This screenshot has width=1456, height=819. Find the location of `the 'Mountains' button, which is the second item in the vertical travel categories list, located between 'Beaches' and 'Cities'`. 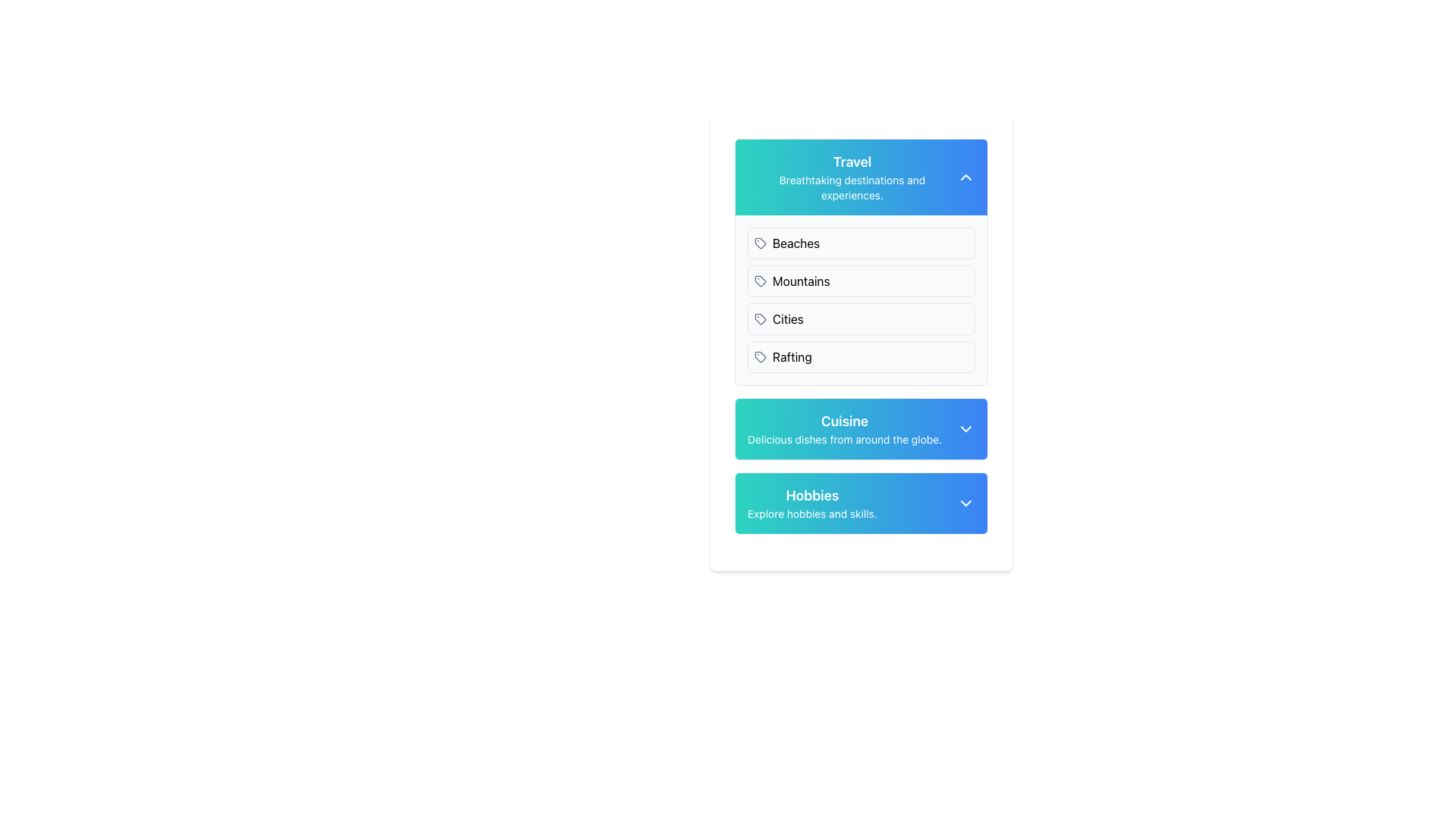

the 'Mountains' button, which is the second item in the vertical travel categories list, located between 'Beaches' and 'Cities' is located at coordinates (861, 281).